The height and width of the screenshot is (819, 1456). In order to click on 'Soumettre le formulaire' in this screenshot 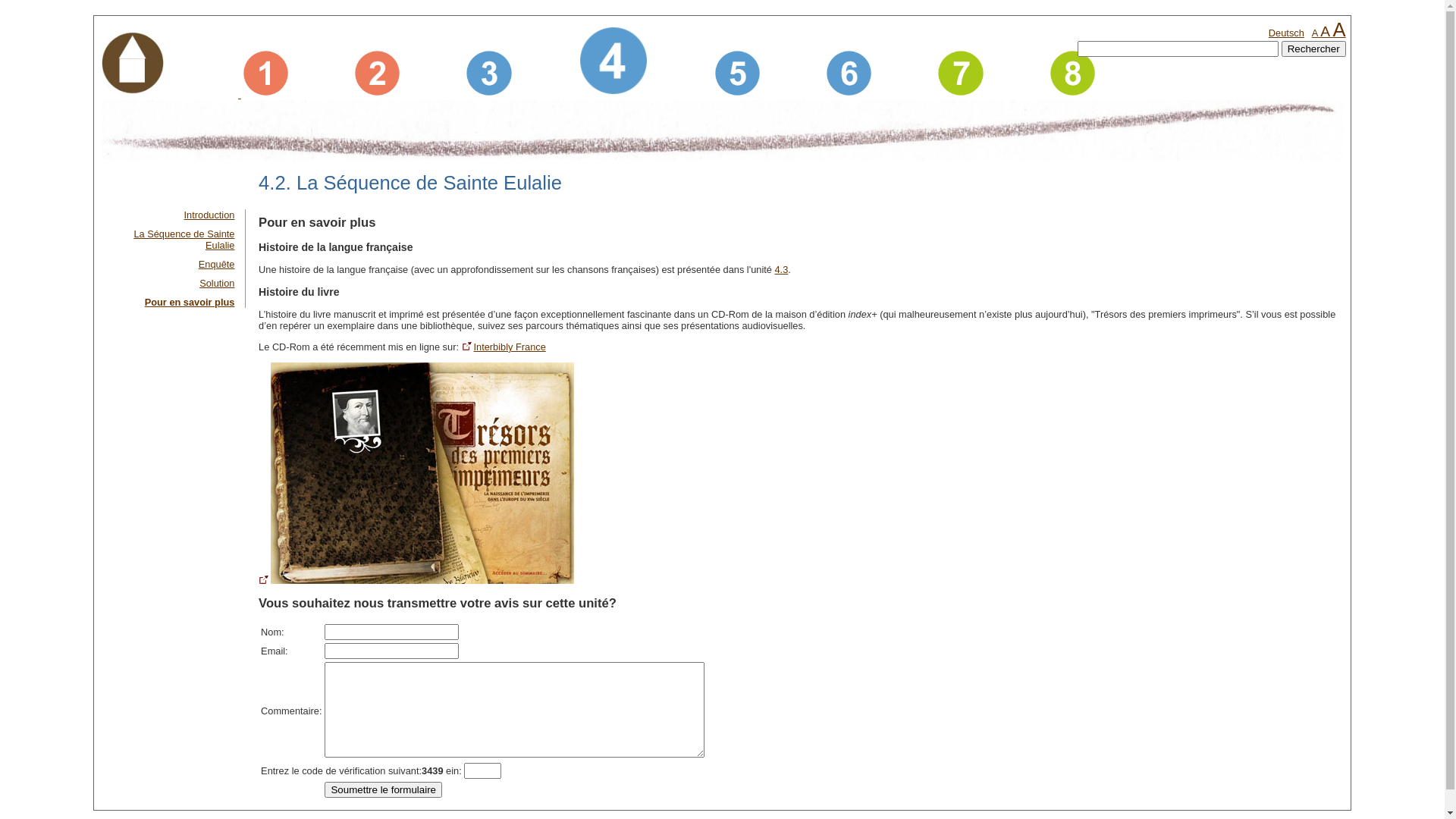, I will do `click(383, 789)`.